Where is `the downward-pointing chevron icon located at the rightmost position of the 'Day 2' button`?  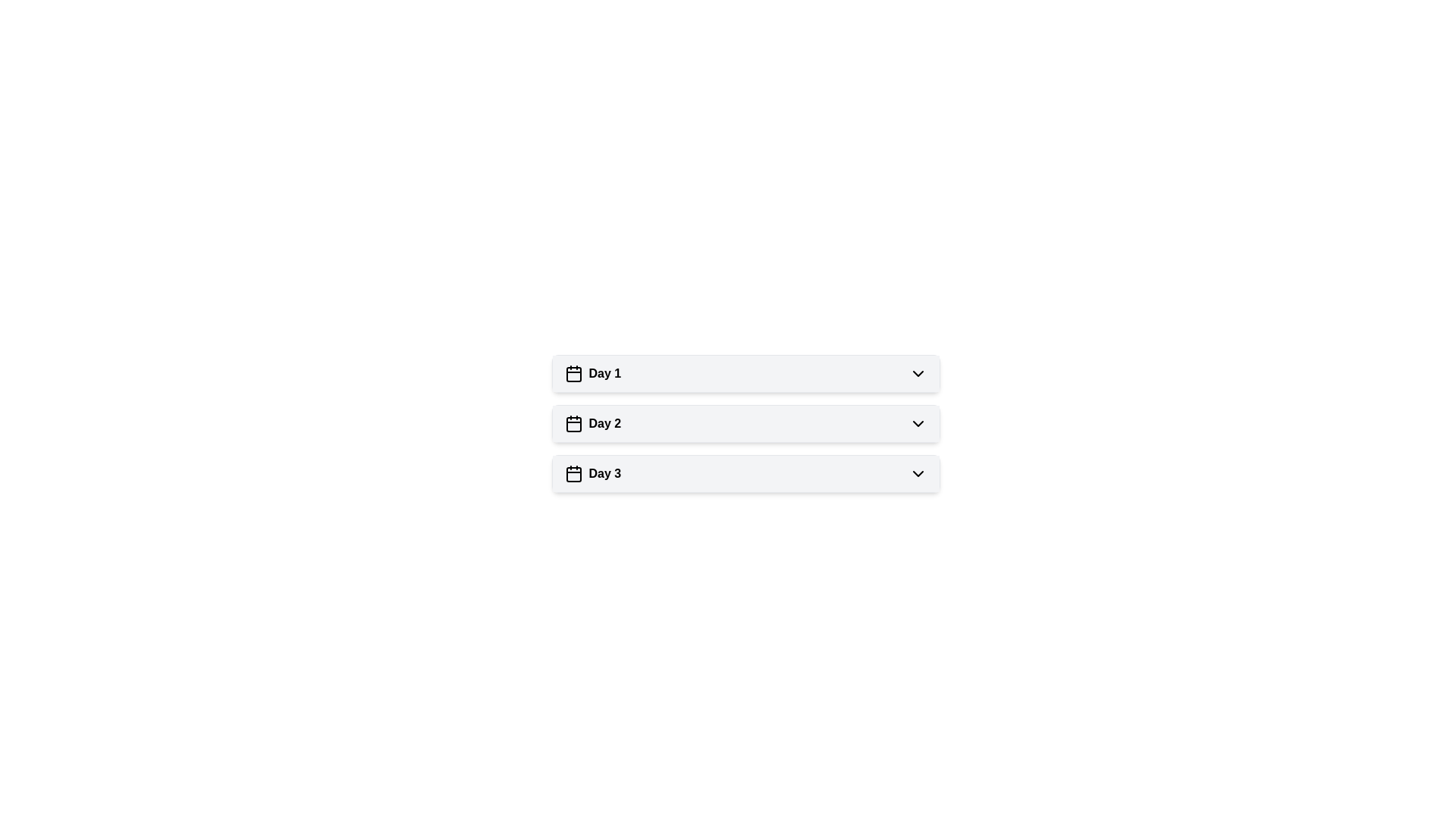
the downward-pointing chevron icon located at the rightmost position of the 'Day 2' button is located at coordinates (917, 424).